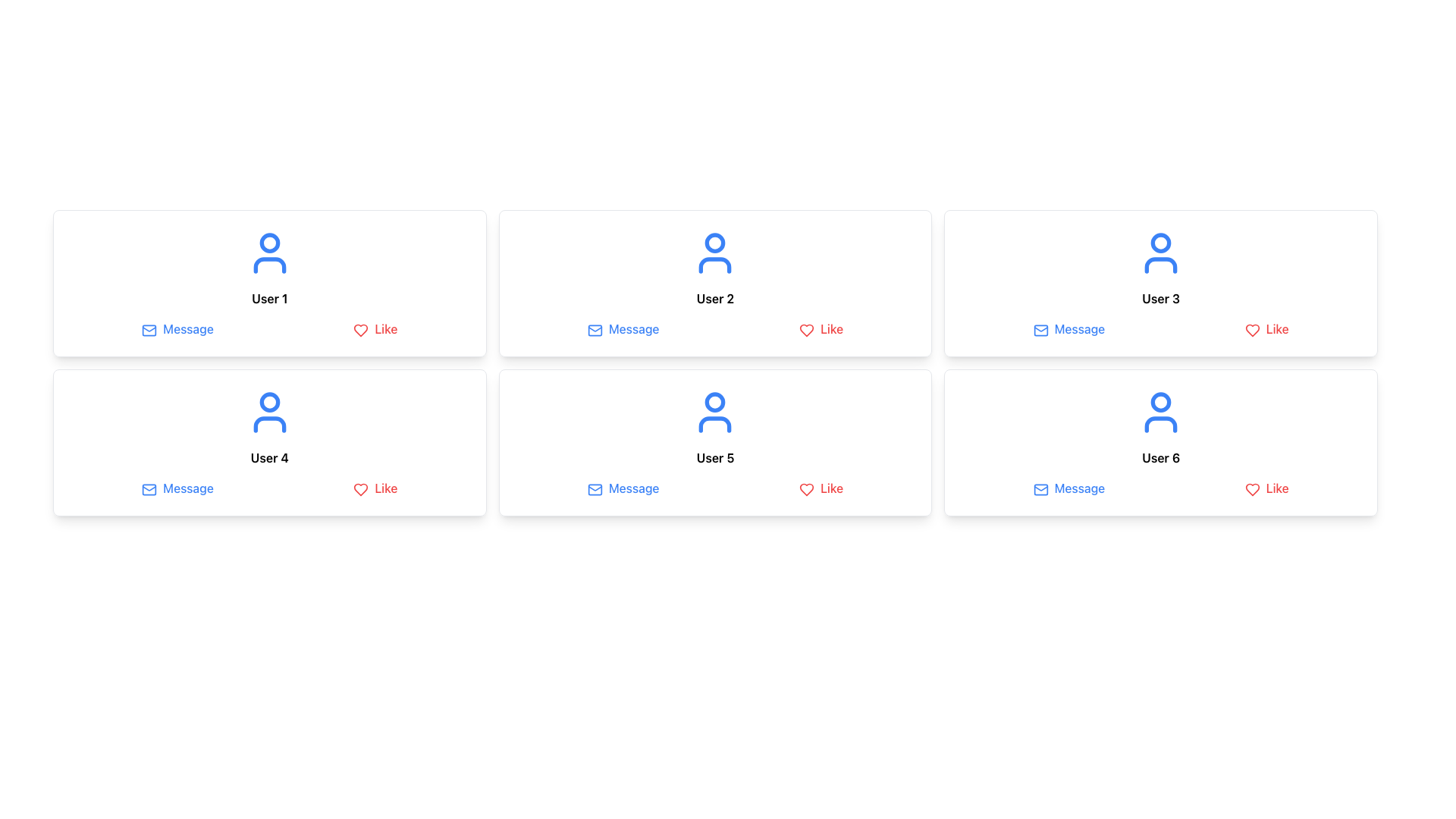  What do you see at coordinates (714, 242) in the screenshot?
I see `the SVG circle that represents the user icon in the second profile card ('User 2') located in the top row of the grid layout` at bounding box center [714, 242].